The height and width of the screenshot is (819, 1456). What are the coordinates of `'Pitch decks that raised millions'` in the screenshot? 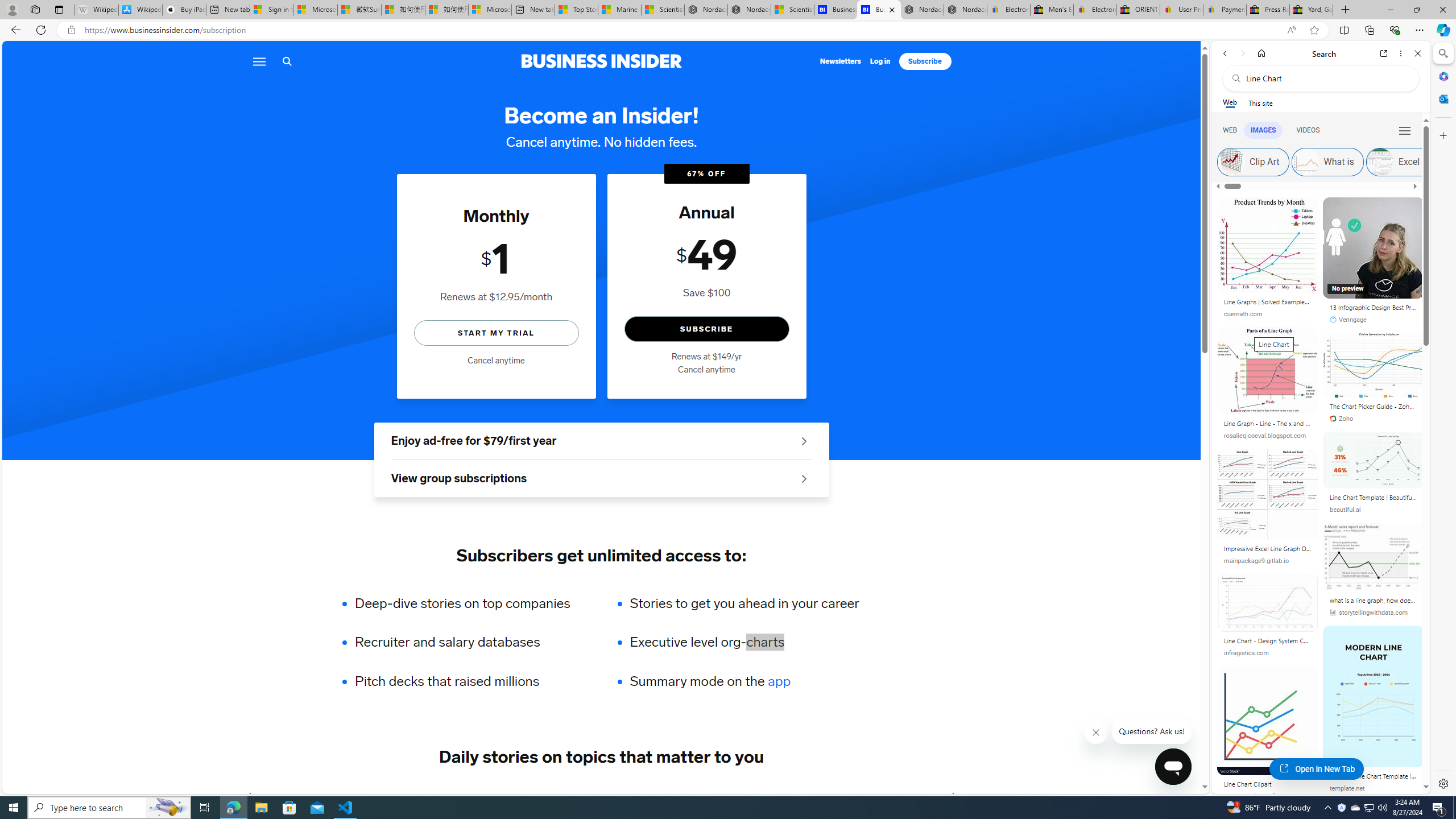 It's located at (470, 681).